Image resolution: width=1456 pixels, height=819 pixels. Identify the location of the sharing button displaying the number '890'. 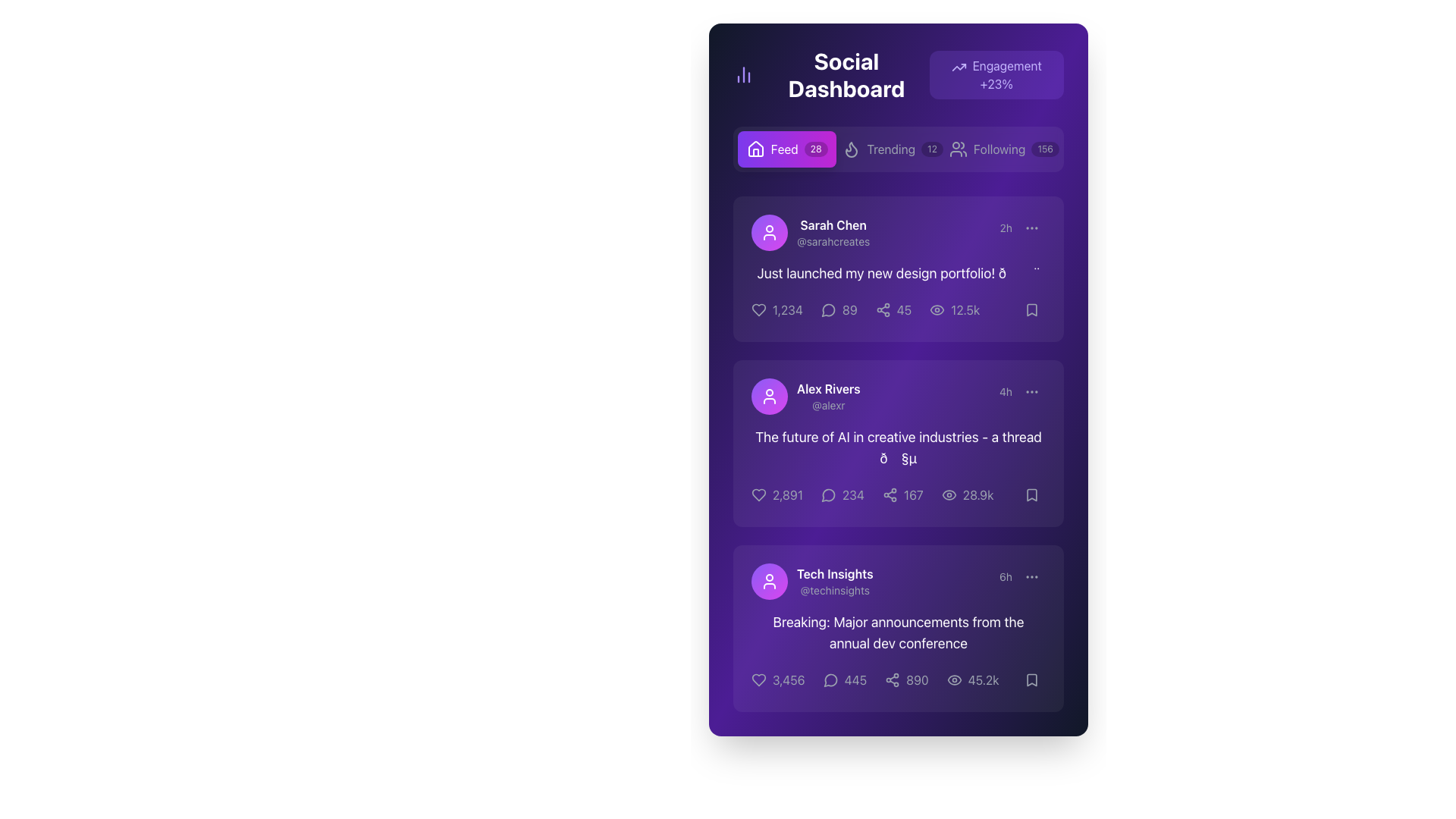
(906, 679).